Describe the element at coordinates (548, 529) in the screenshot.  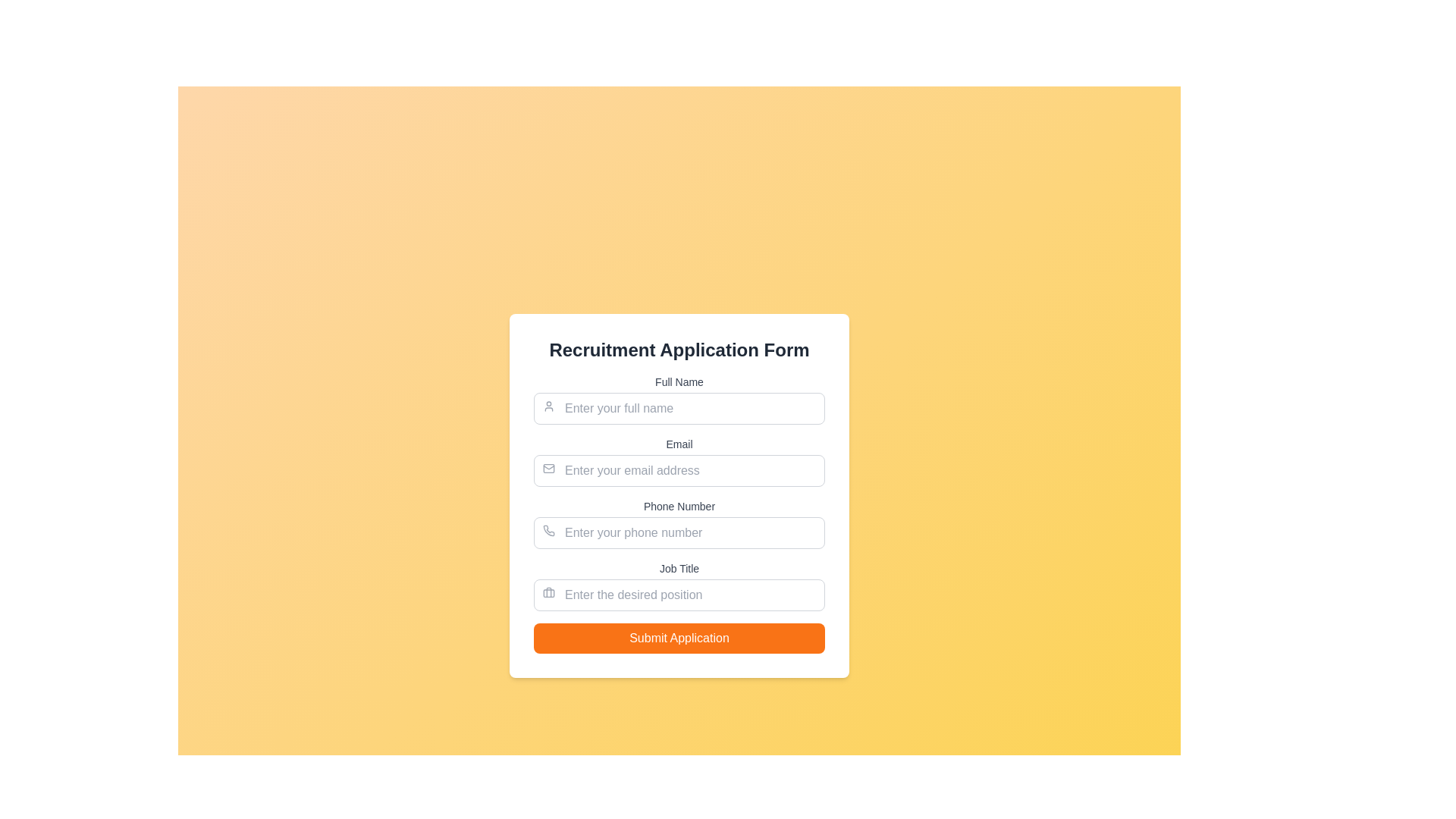
I see `the gray outline phone icon, which is positioned on the left side of the 'Phone Number' input field` at that location.